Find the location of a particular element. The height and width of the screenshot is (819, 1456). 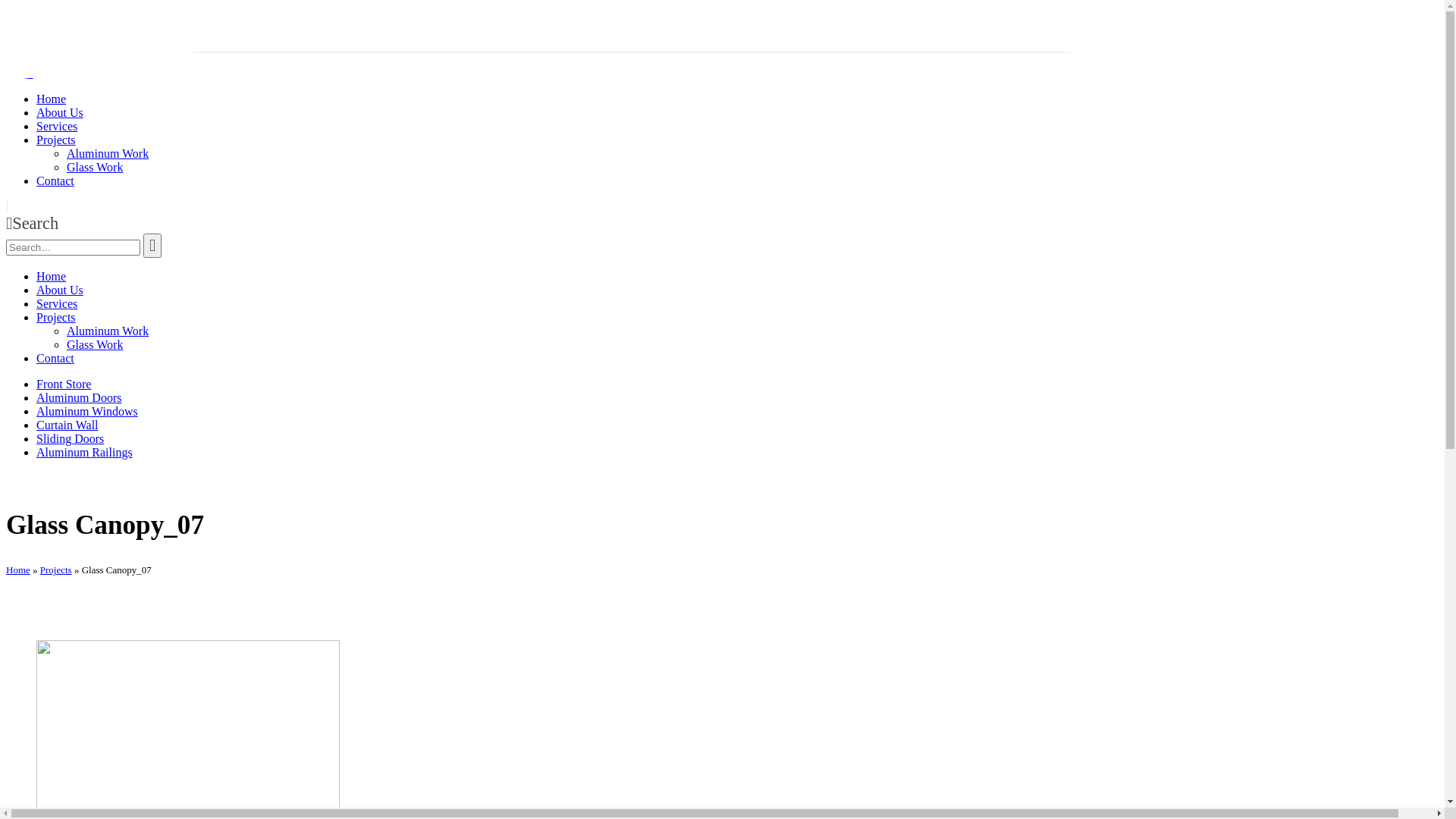

'Glass Work' is located at coordinates (93, 167).